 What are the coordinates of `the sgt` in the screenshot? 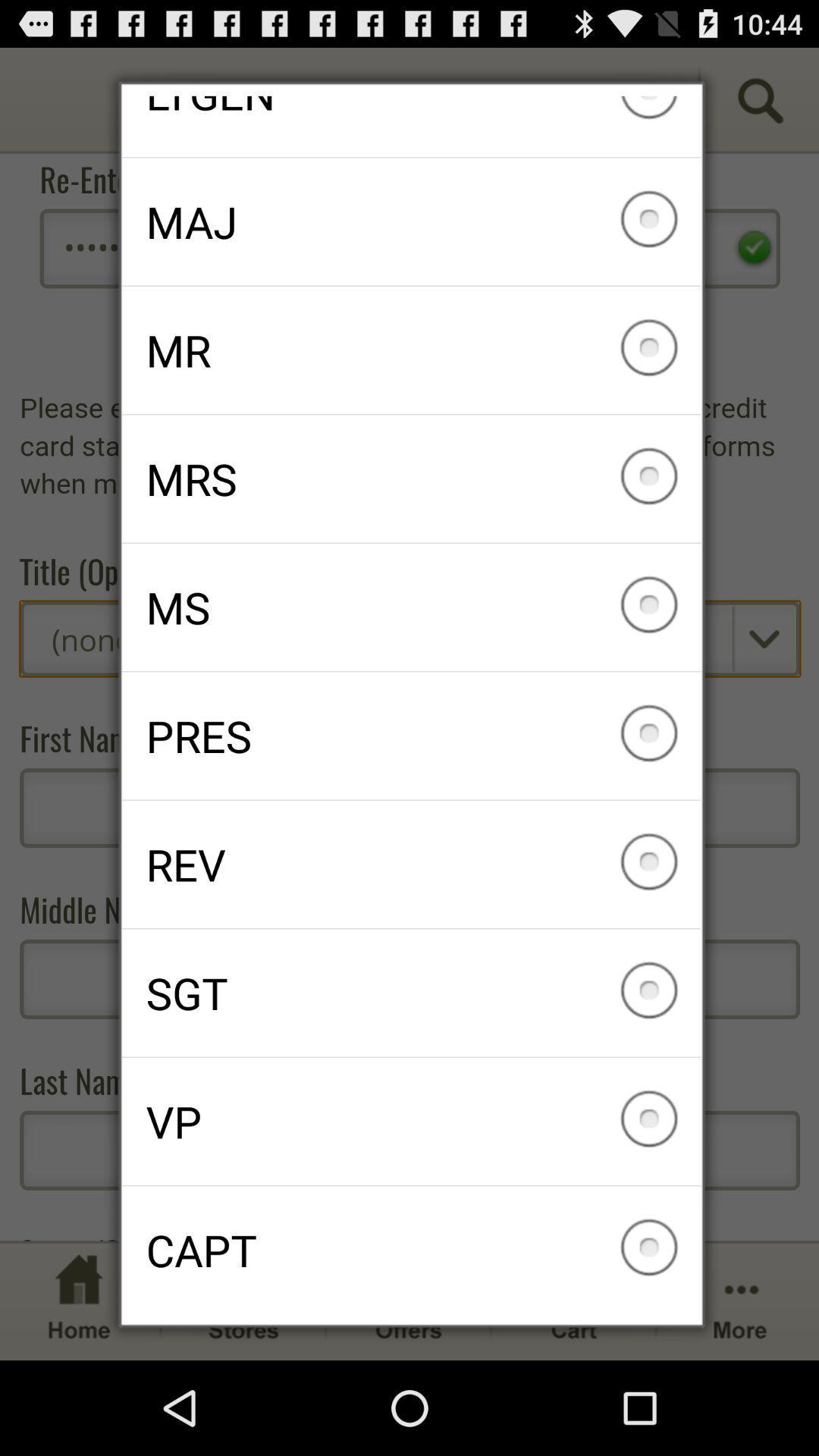 It's located at (411, 993).